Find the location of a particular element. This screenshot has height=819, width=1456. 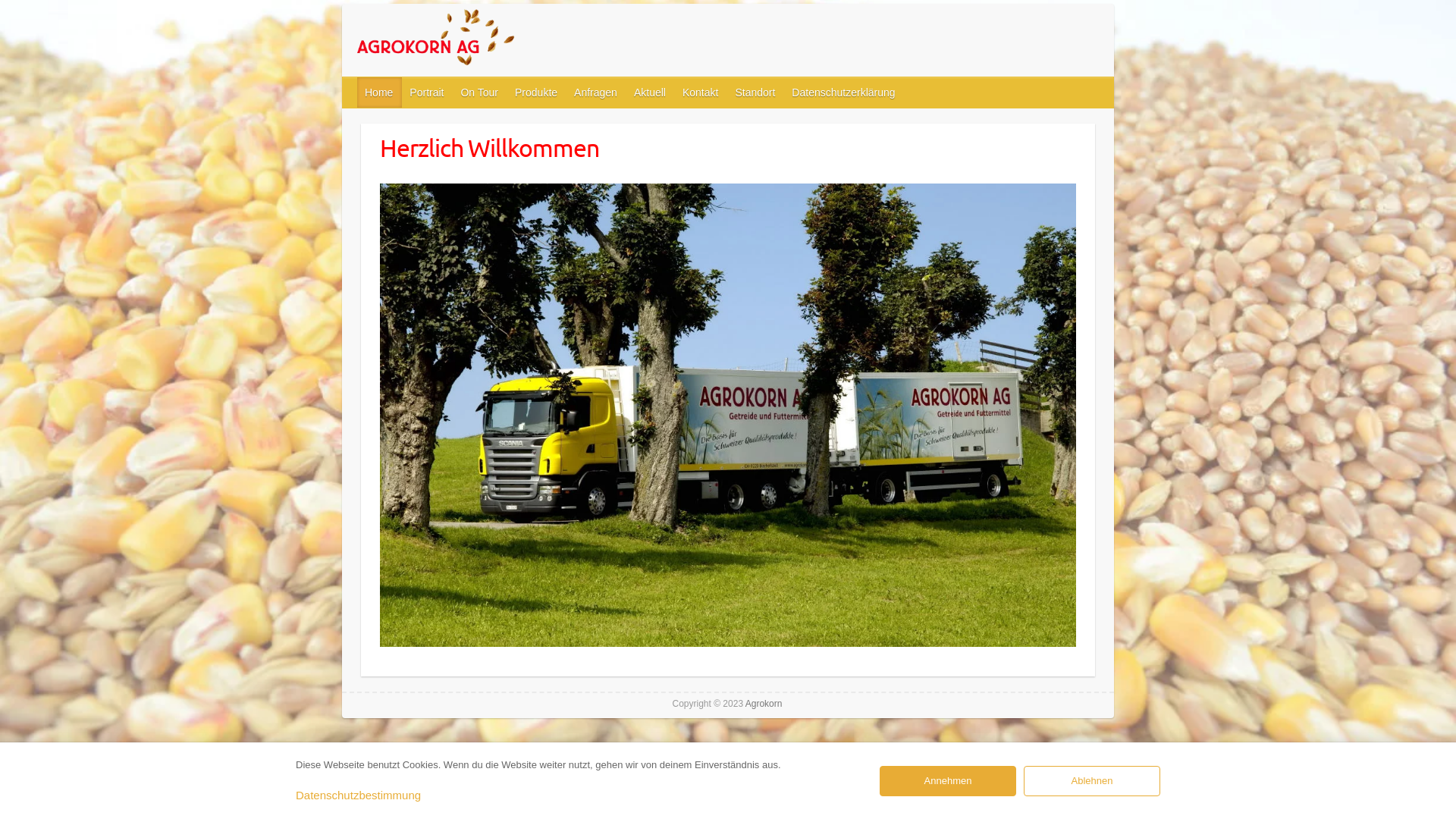

'Agrokorn' is located at coordinates (469, 39).